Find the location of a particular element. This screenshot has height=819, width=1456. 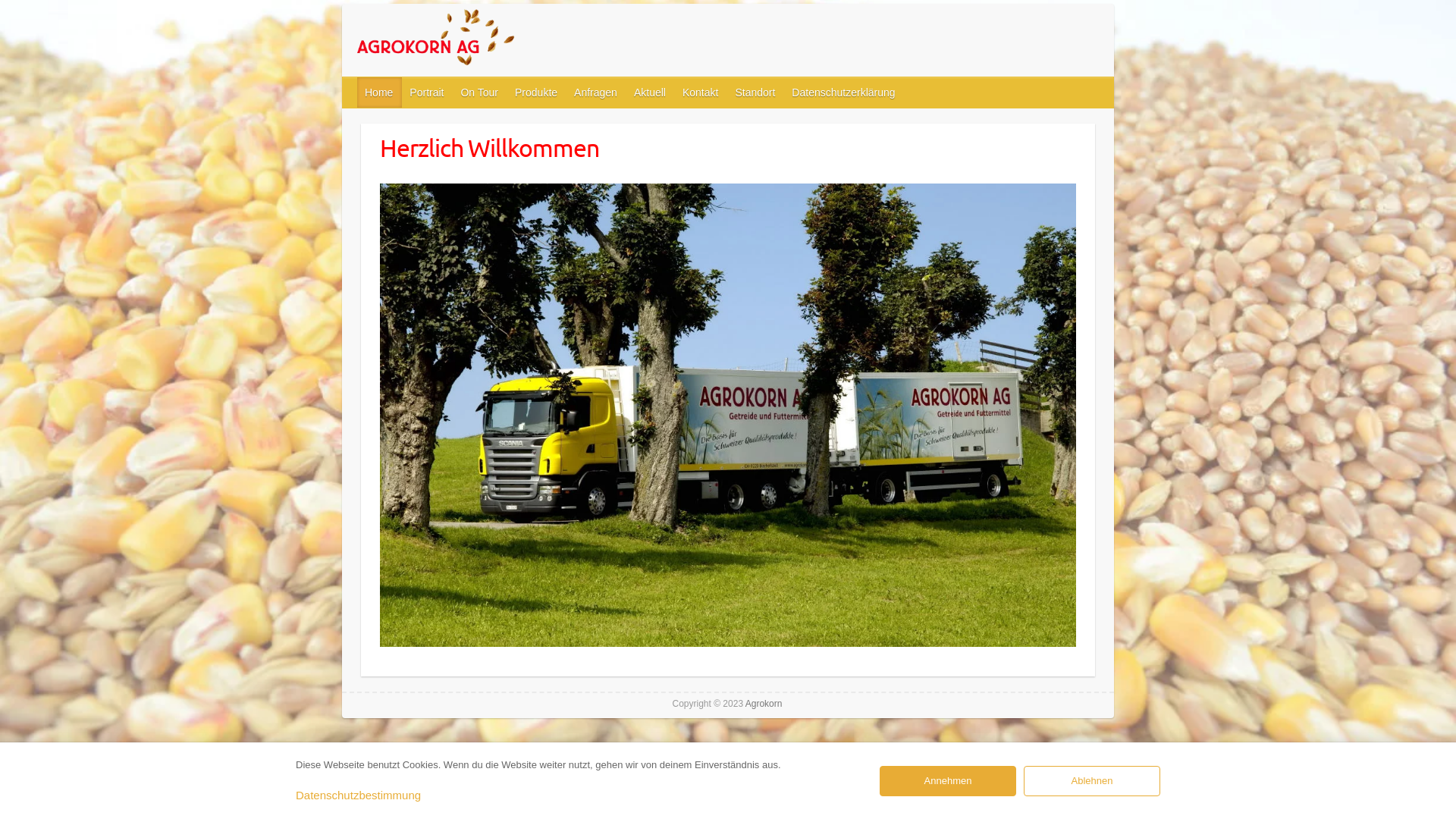

'Agrokorn' is located at coordinates (469, 39).